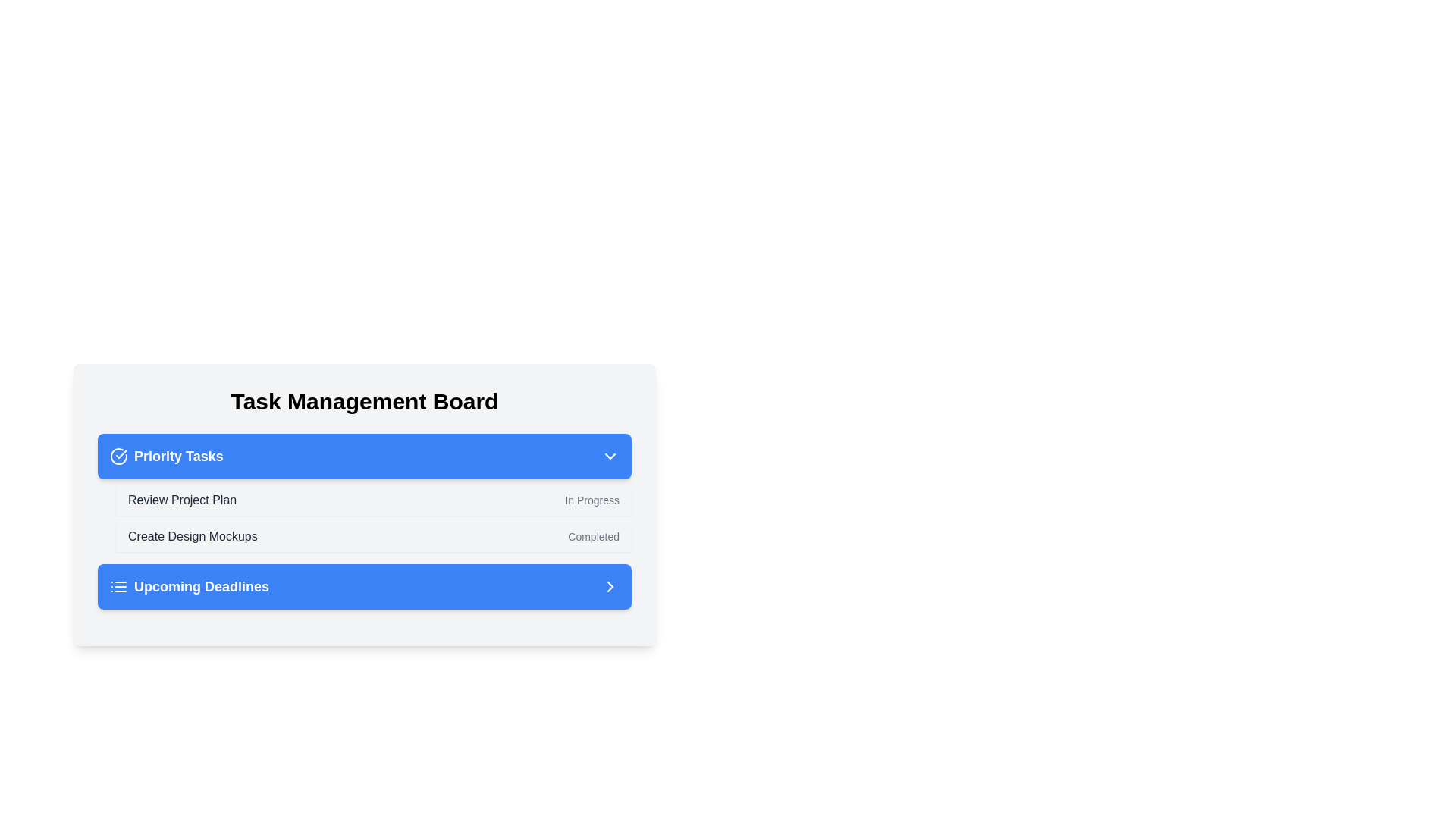  I want to click on the 'Priority Tasks' text label located in the 'Task Management Board' section, which is part of a blue background header and has a checkmark icon to its left, so click(178, 455).